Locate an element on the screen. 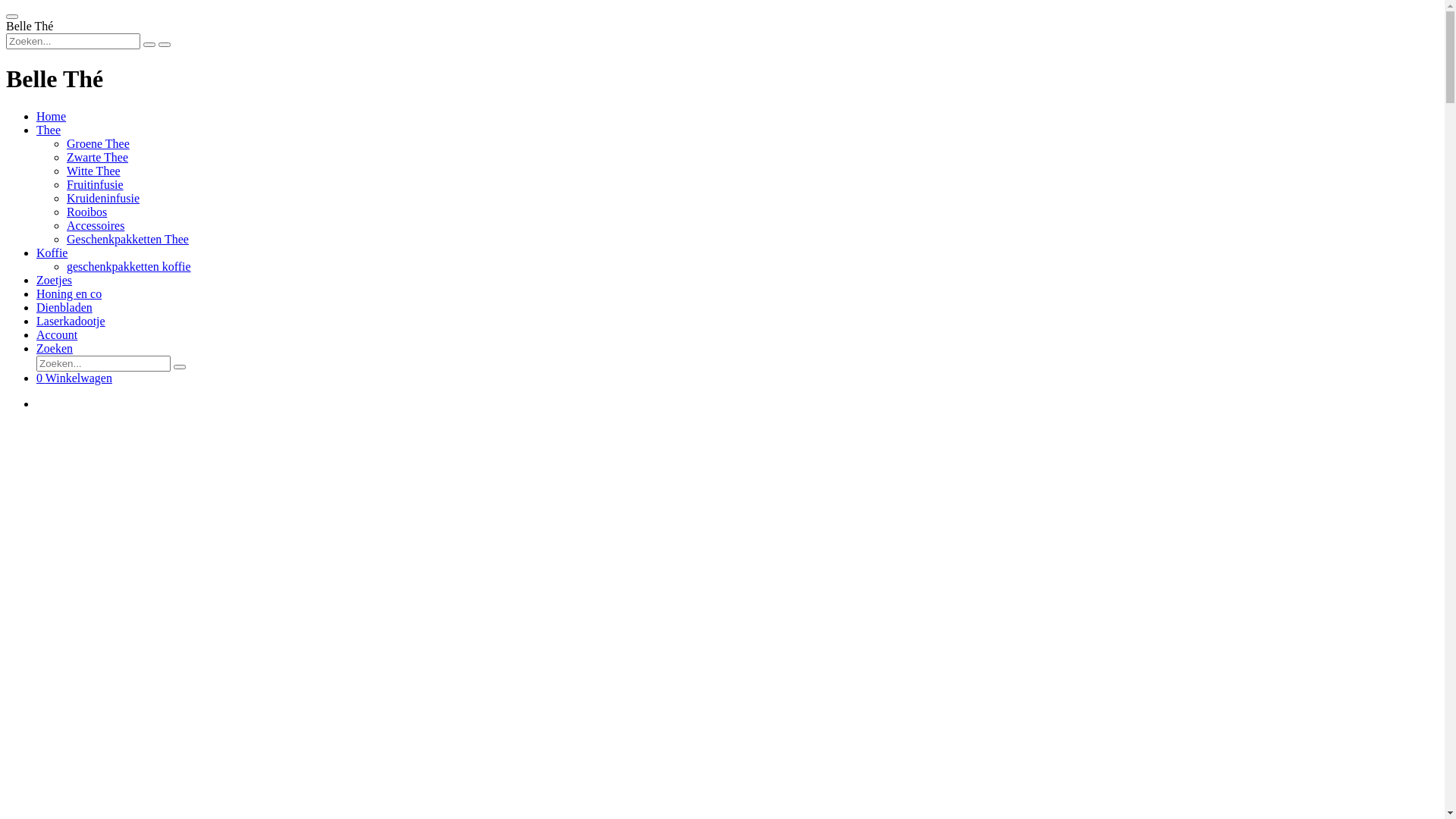  'geschenkpakketten koffie' is located at coordinates (128, 265).